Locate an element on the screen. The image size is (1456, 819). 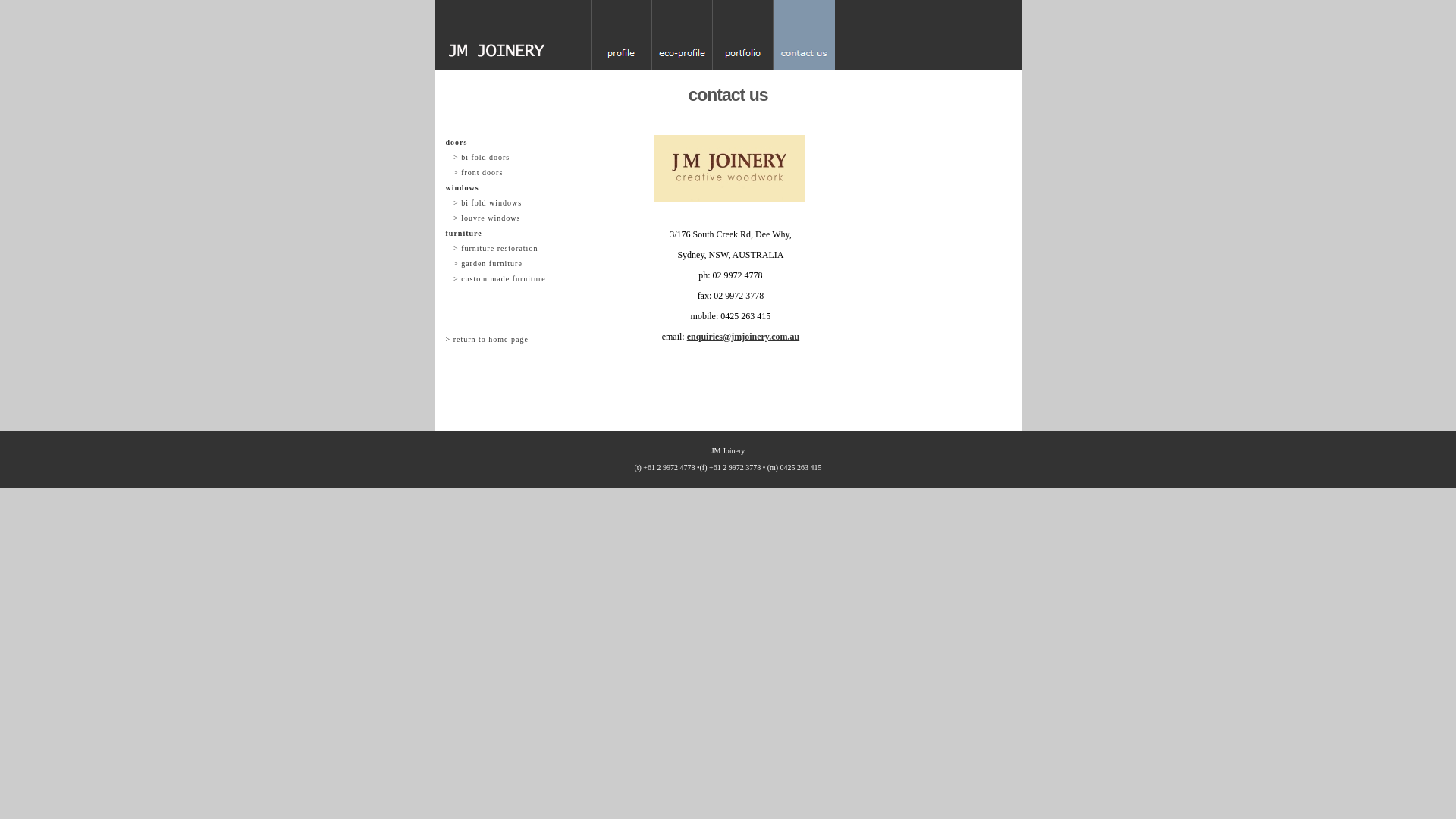
'> return to home page' is located at coordinates (506, 338).